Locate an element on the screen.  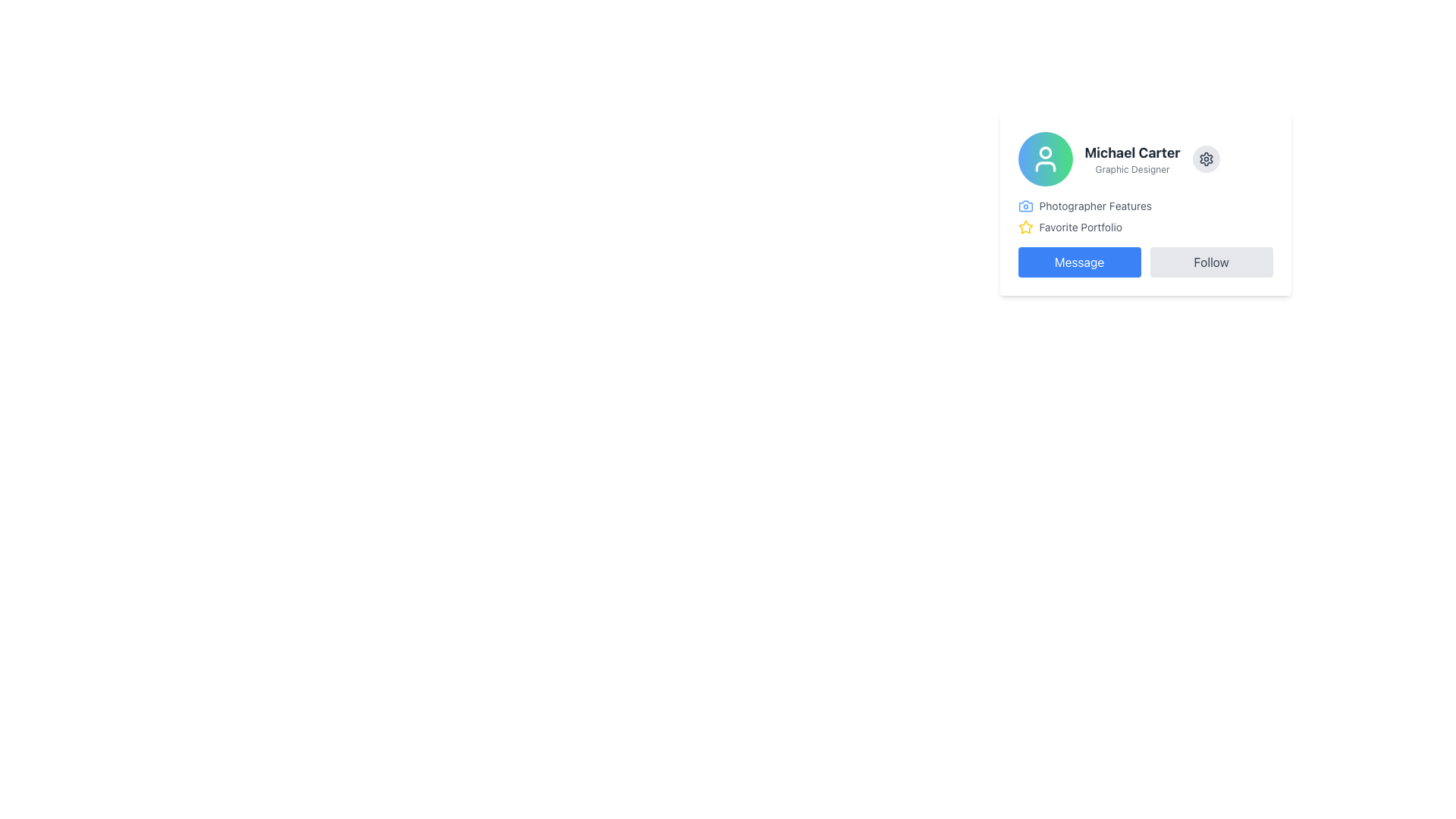
the Settings icon located next to 'Michael Carter' in the top-right section of the user profile card is located at coordinates (1205, 158).